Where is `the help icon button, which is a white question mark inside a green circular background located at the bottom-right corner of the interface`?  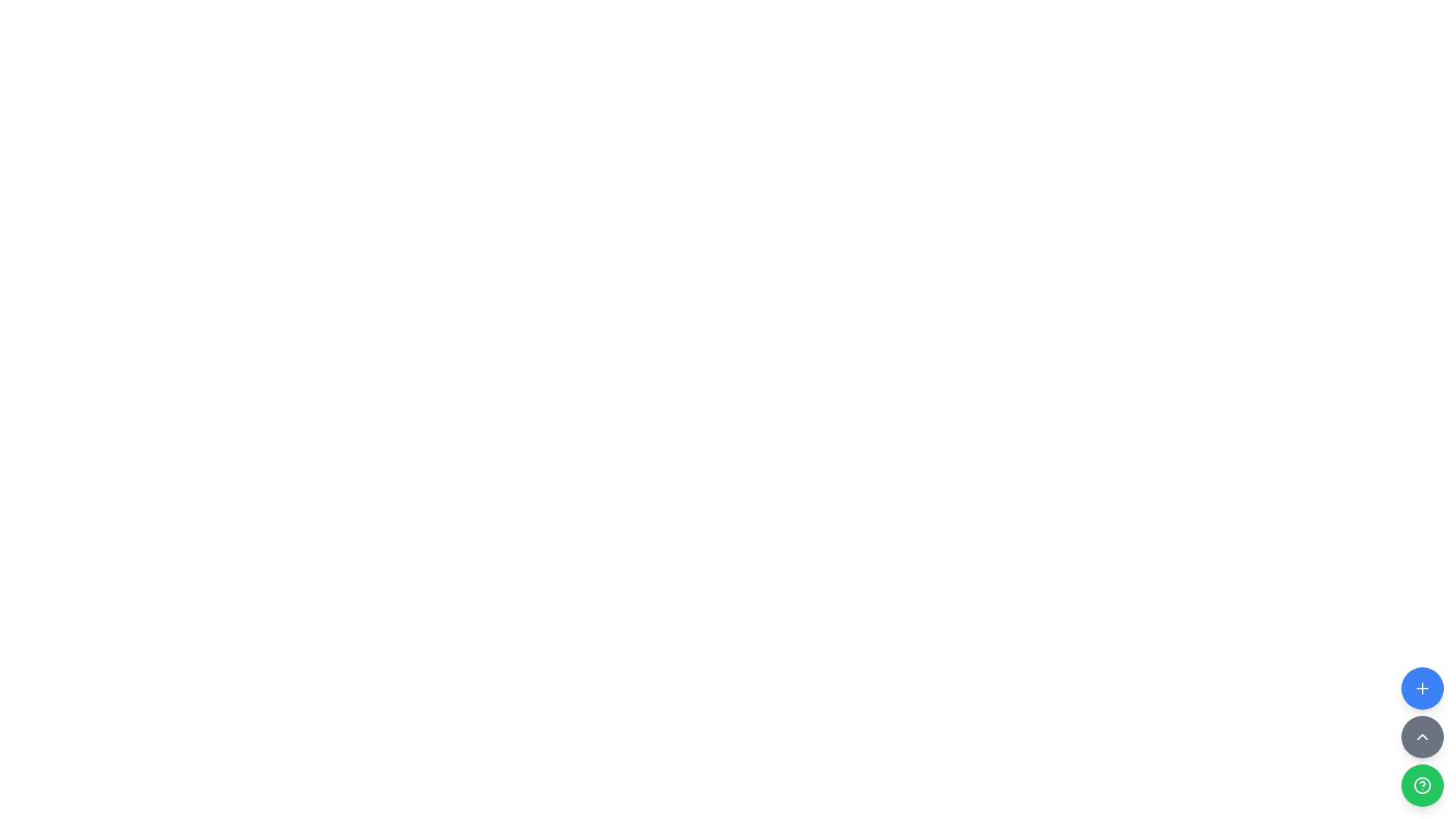
the help icon button, which is a white question mark inside a green circular background located at the bottom-right corner of the interface is located at coordinates (1422, 785).